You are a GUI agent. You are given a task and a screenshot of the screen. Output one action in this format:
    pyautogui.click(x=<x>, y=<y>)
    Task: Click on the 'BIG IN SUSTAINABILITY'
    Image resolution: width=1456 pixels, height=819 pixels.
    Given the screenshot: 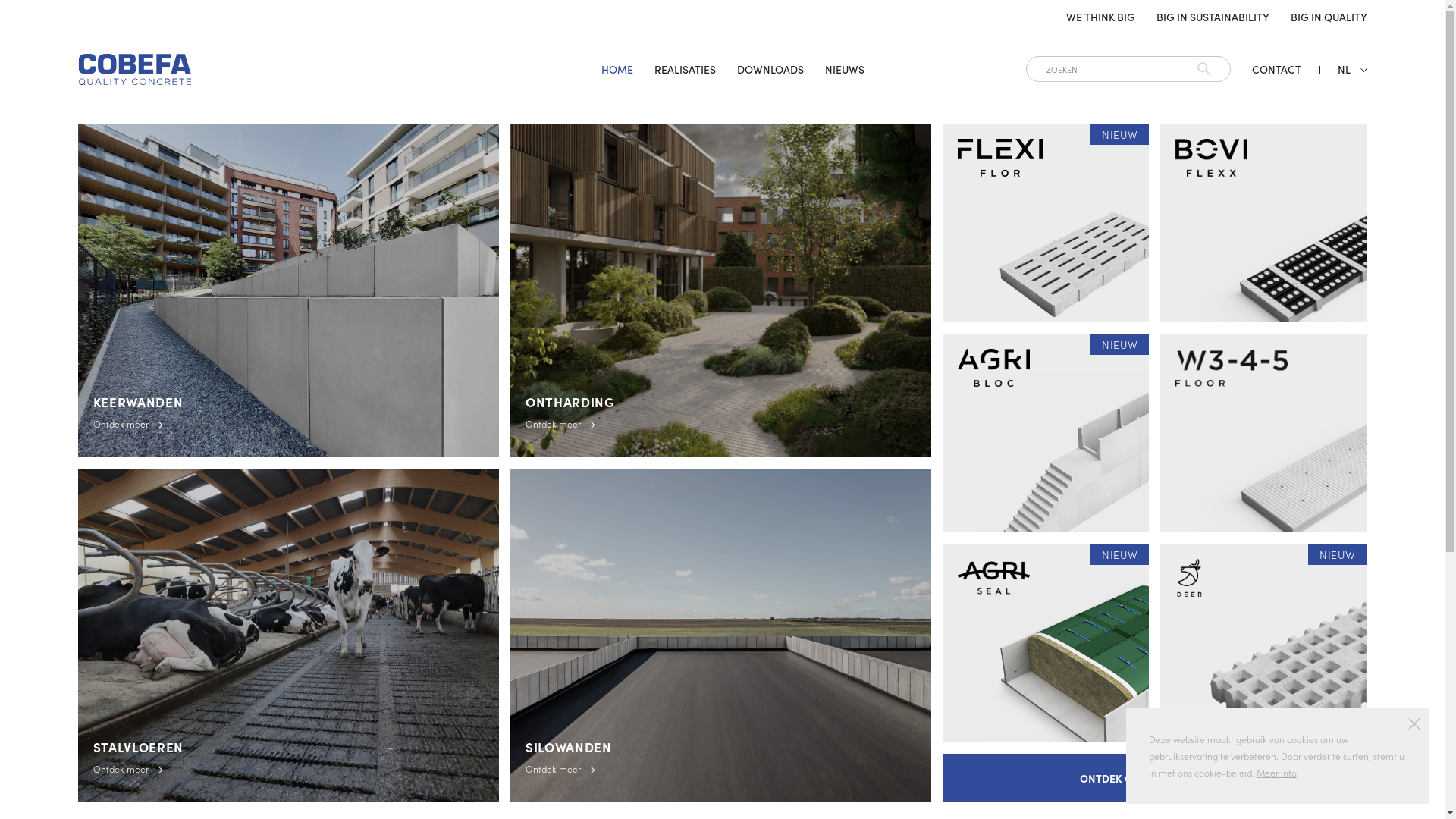 What is the action you would take?
    pyautogui.click(x=1211, y=17)
    